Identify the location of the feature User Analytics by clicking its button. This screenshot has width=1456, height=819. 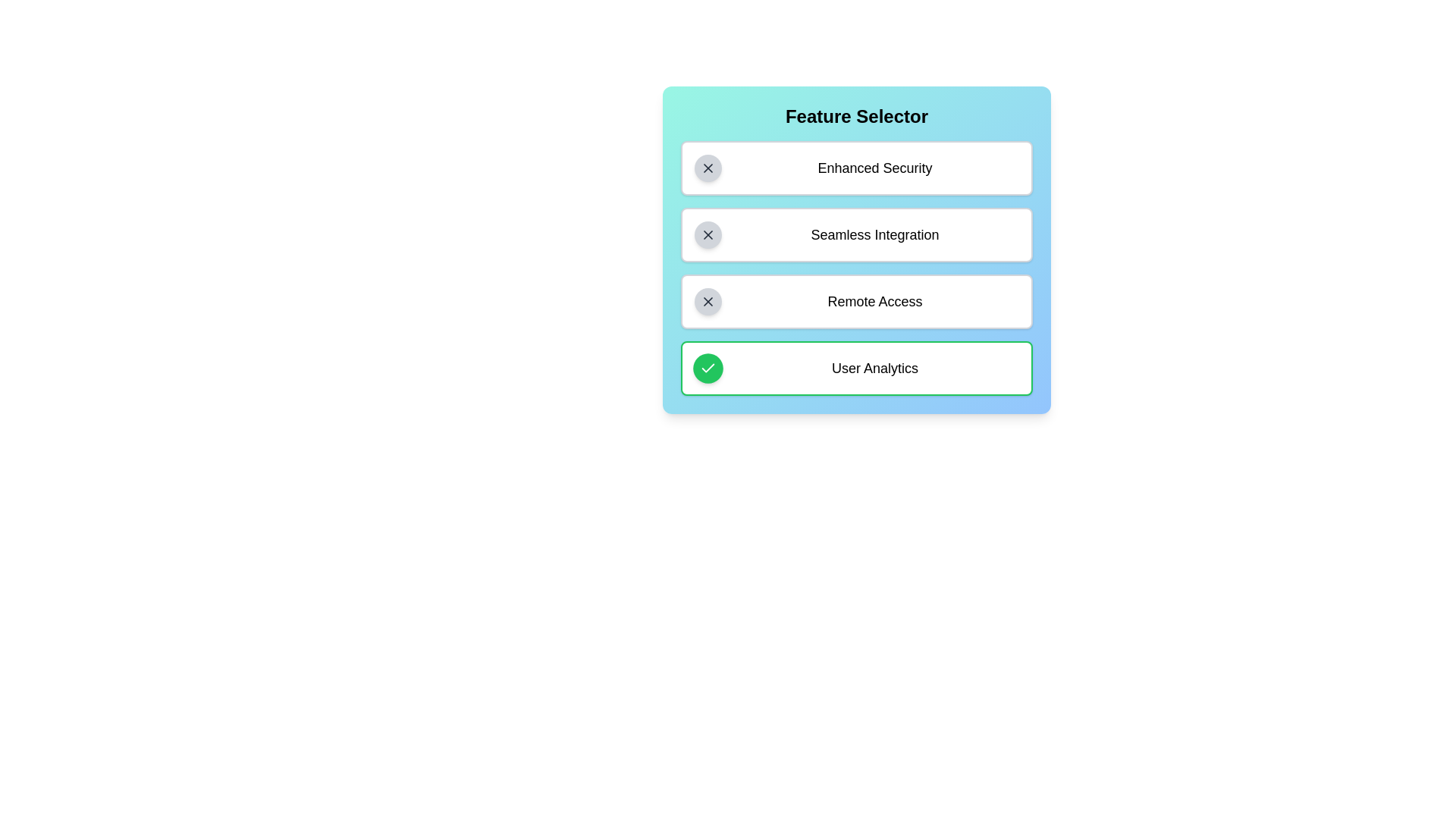
(708, 369).